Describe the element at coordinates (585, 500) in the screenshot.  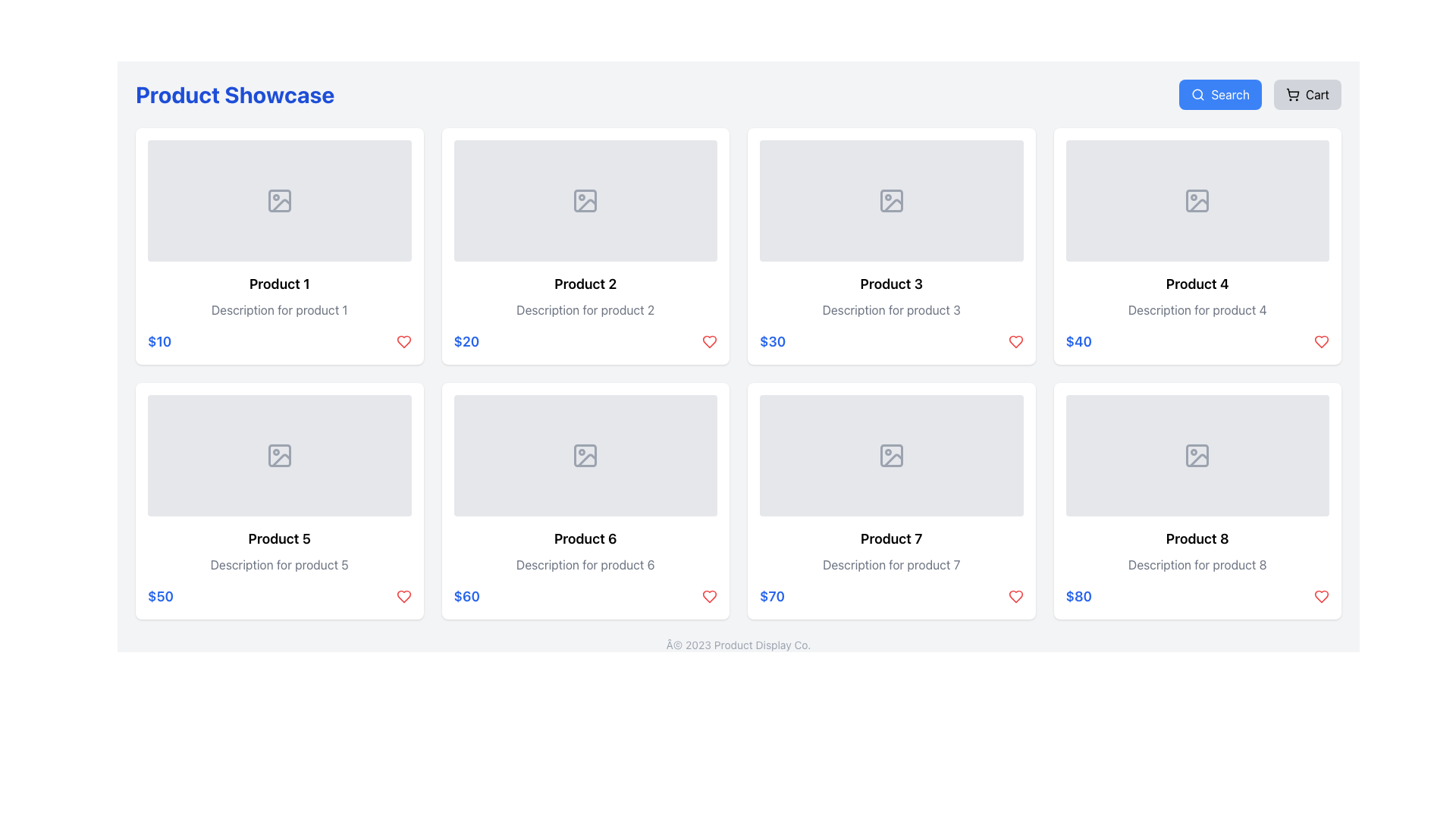
I see `the Card UI component displaying 'Product 6' with a price of '$60' and a favorite icon in red` at that location.